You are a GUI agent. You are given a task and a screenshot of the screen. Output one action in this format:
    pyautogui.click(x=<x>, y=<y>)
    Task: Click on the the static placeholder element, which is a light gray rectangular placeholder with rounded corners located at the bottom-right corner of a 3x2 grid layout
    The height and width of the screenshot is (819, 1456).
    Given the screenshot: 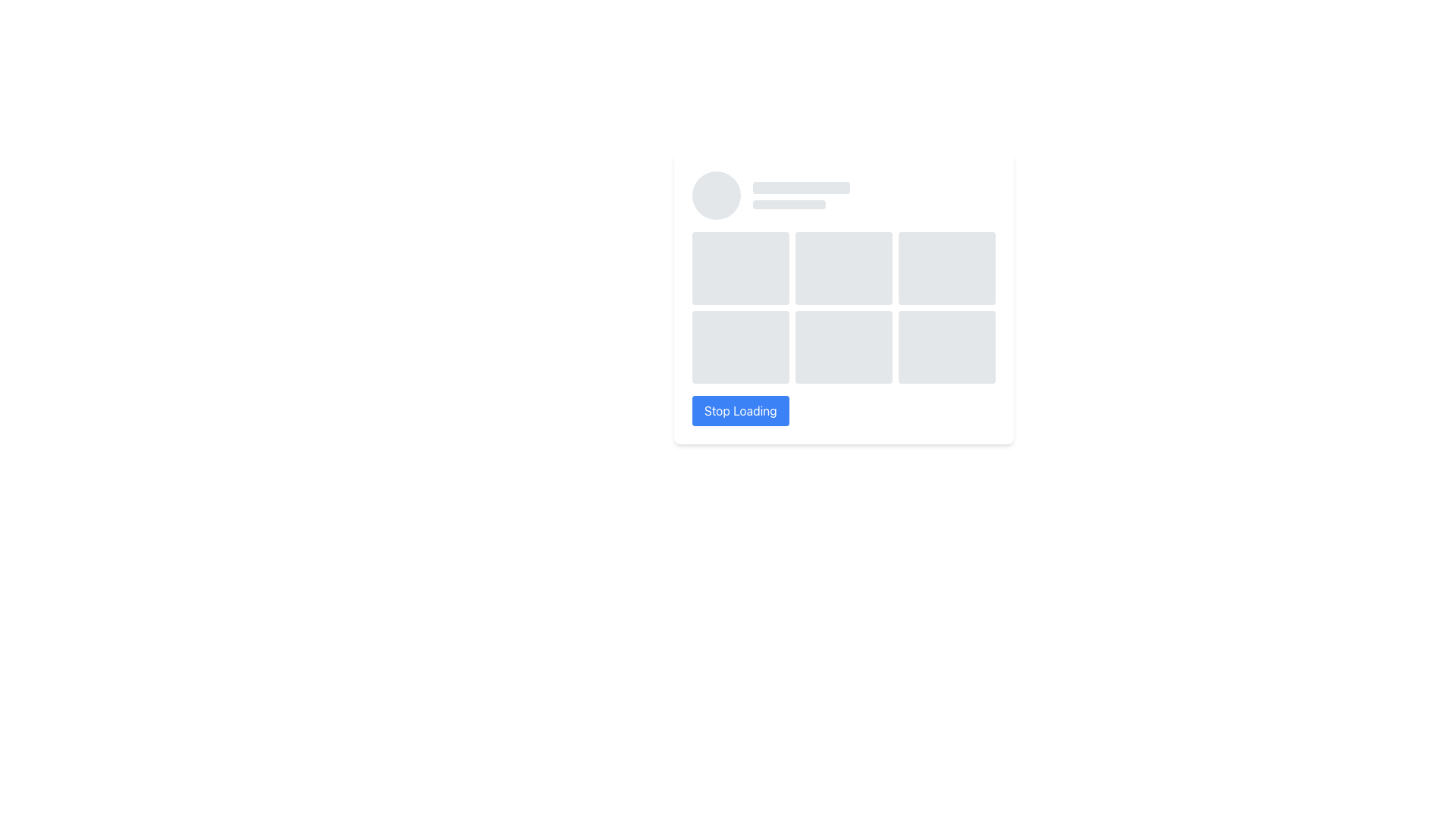 What is the action you would take?
    pyautogui.click(x=946, y=347)
    